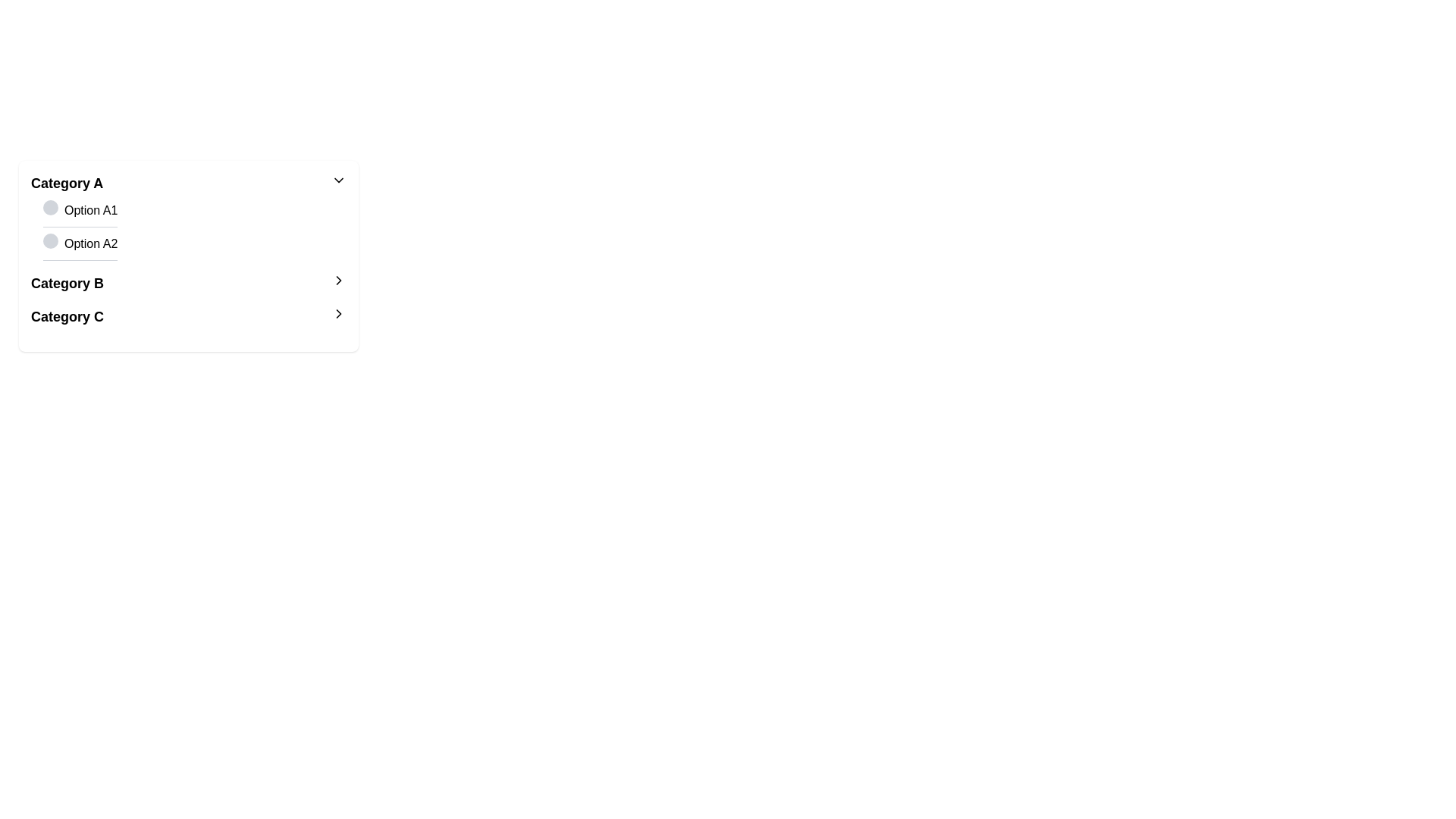  I want to click on the radio button labeled 'Option A2', so click(80, 246).